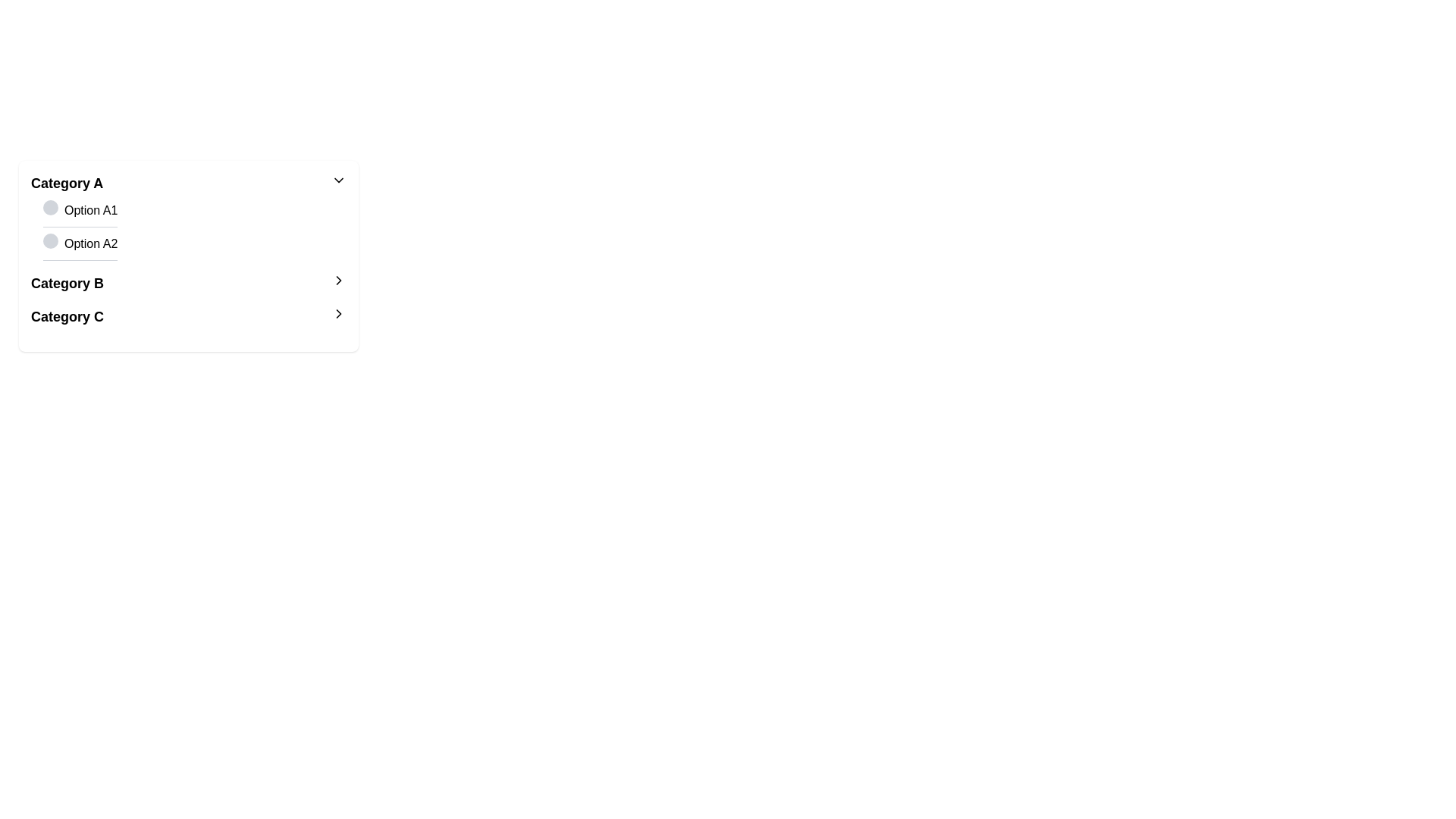  I want to click on the radio button labeled 'Option A2', so click(80, 246).